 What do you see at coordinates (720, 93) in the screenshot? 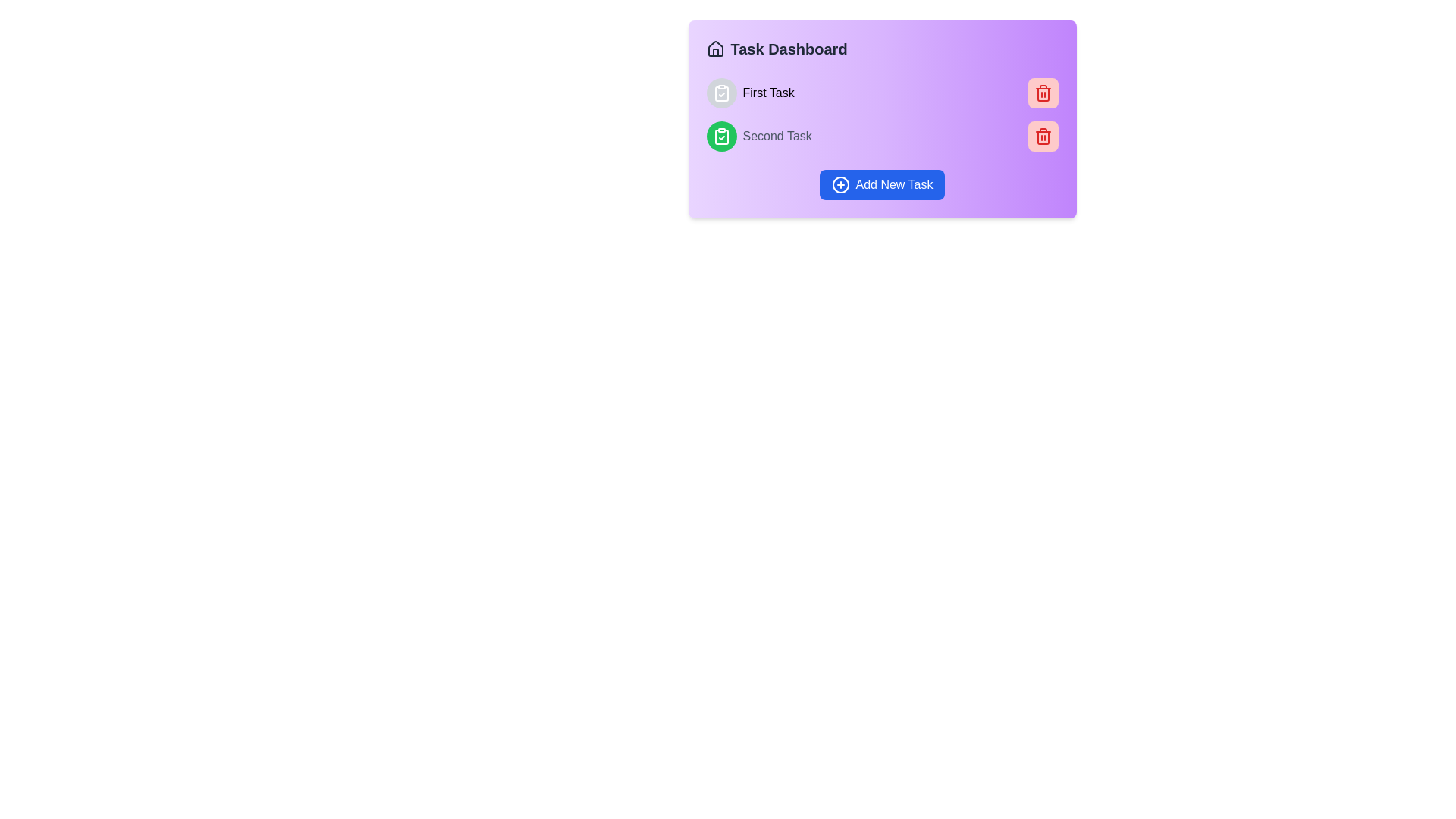
I see `the success icon located on the left side of the second task entry in the task list of the task dashboard interface` at bounding box center [720, 93].